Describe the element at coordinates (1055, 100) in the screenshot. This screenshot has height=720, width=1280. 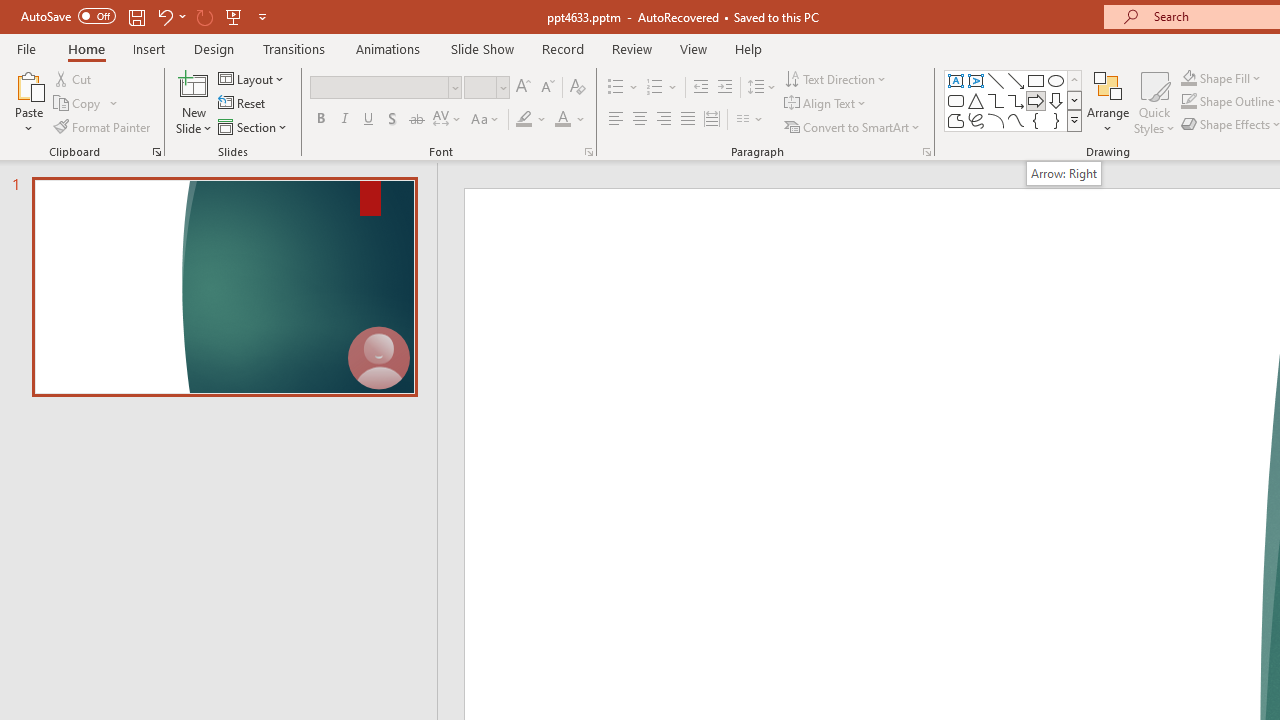
I see `'Arrow: Down'` at that location.